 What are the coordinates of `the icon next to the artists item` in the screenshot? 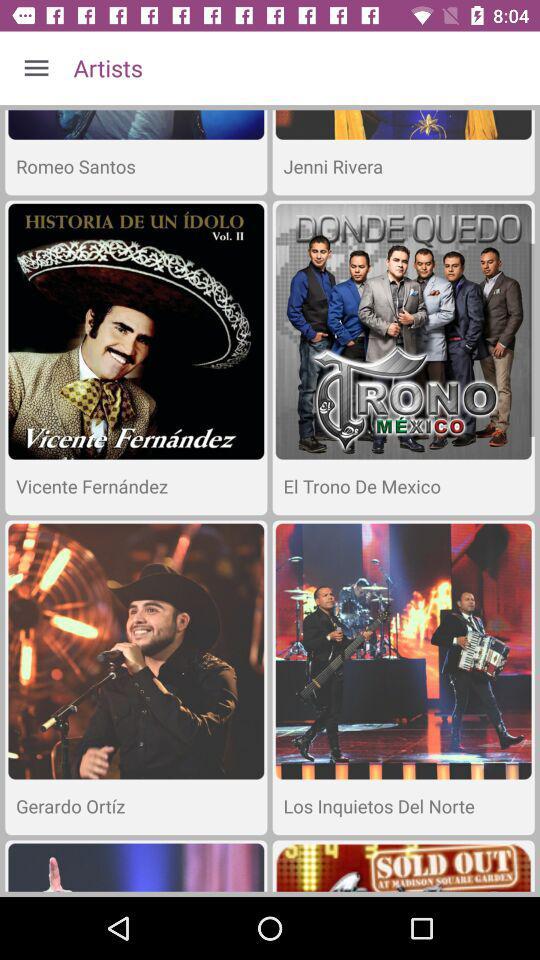 It's located at (36, 68).